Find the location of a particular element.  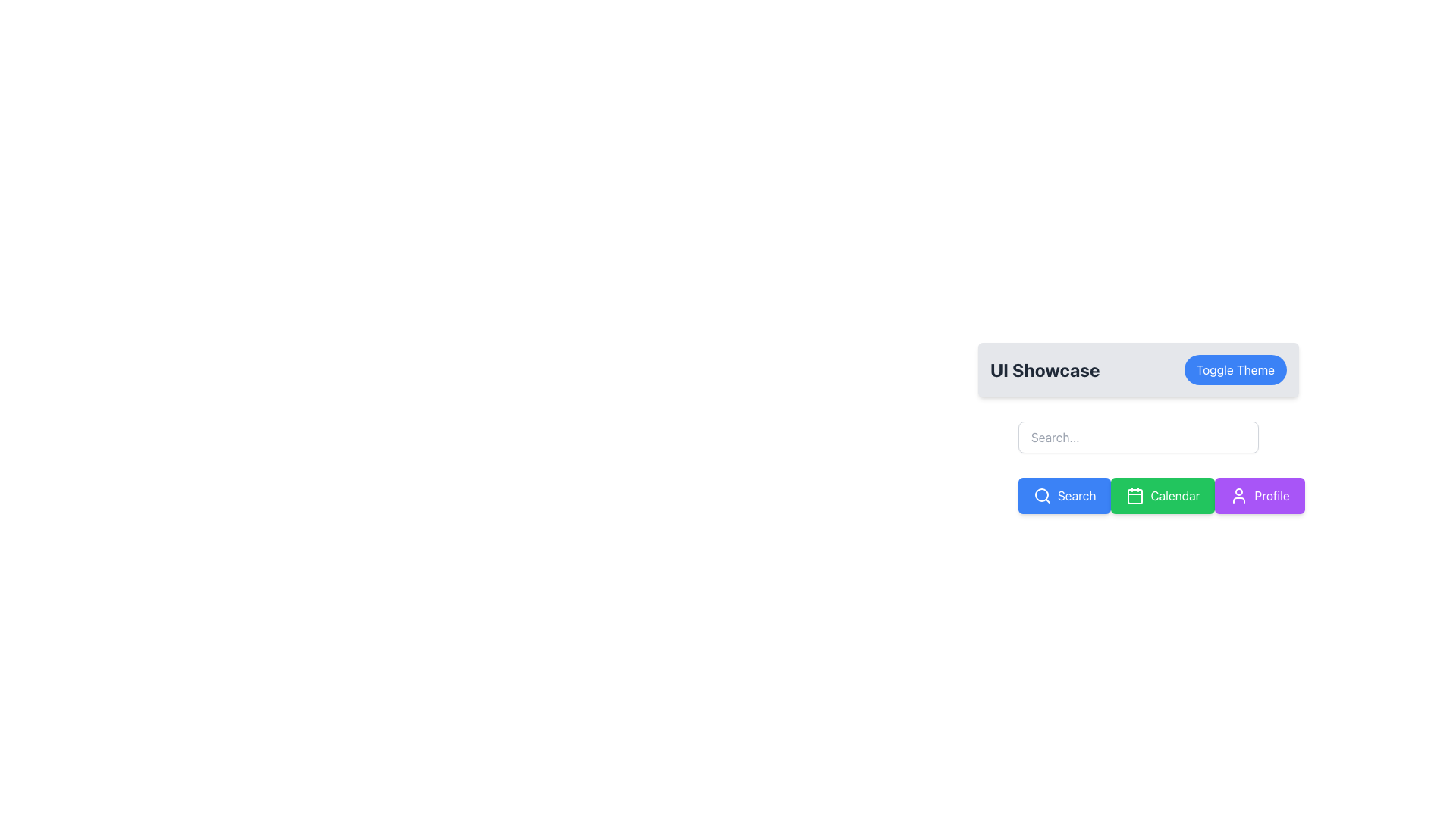

the blue 'Search' button with rounded corners, which contains a white search icon and the text 'Search', to initiate a search action is located at coordinates (1063, 496).